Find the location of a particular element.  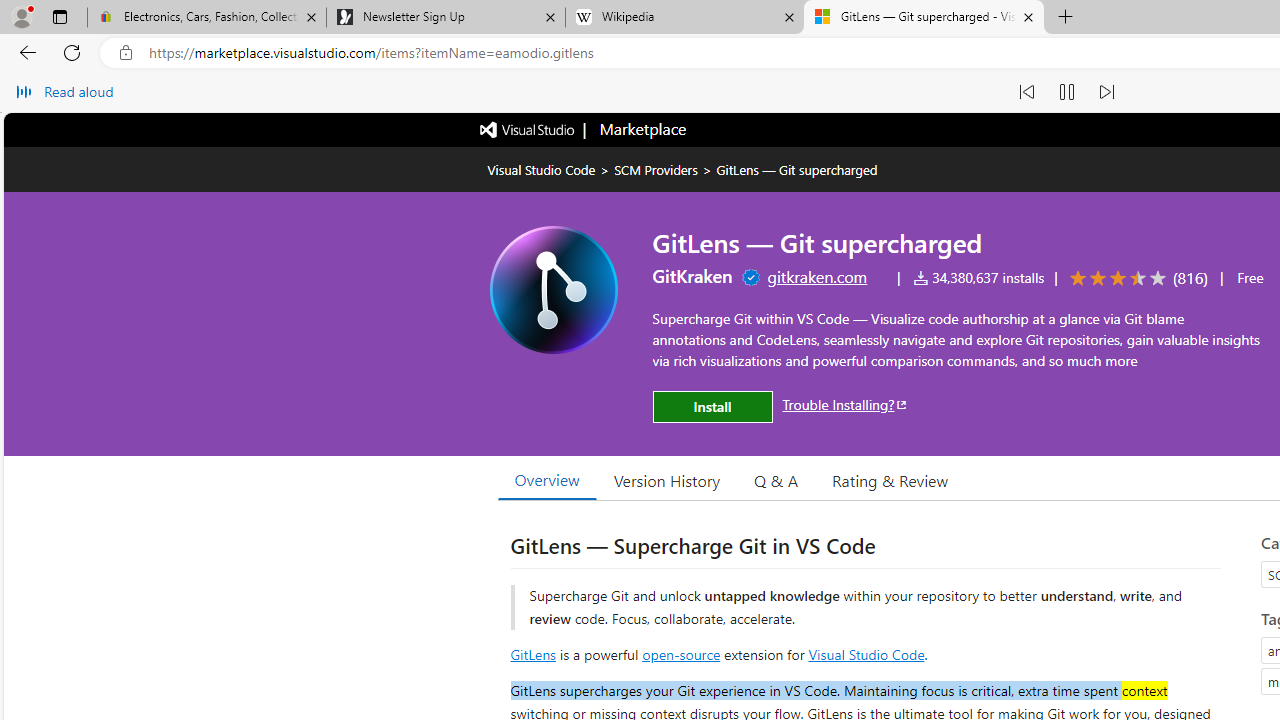

'Read previous paragraph' is located at coordinates (1026, 92).